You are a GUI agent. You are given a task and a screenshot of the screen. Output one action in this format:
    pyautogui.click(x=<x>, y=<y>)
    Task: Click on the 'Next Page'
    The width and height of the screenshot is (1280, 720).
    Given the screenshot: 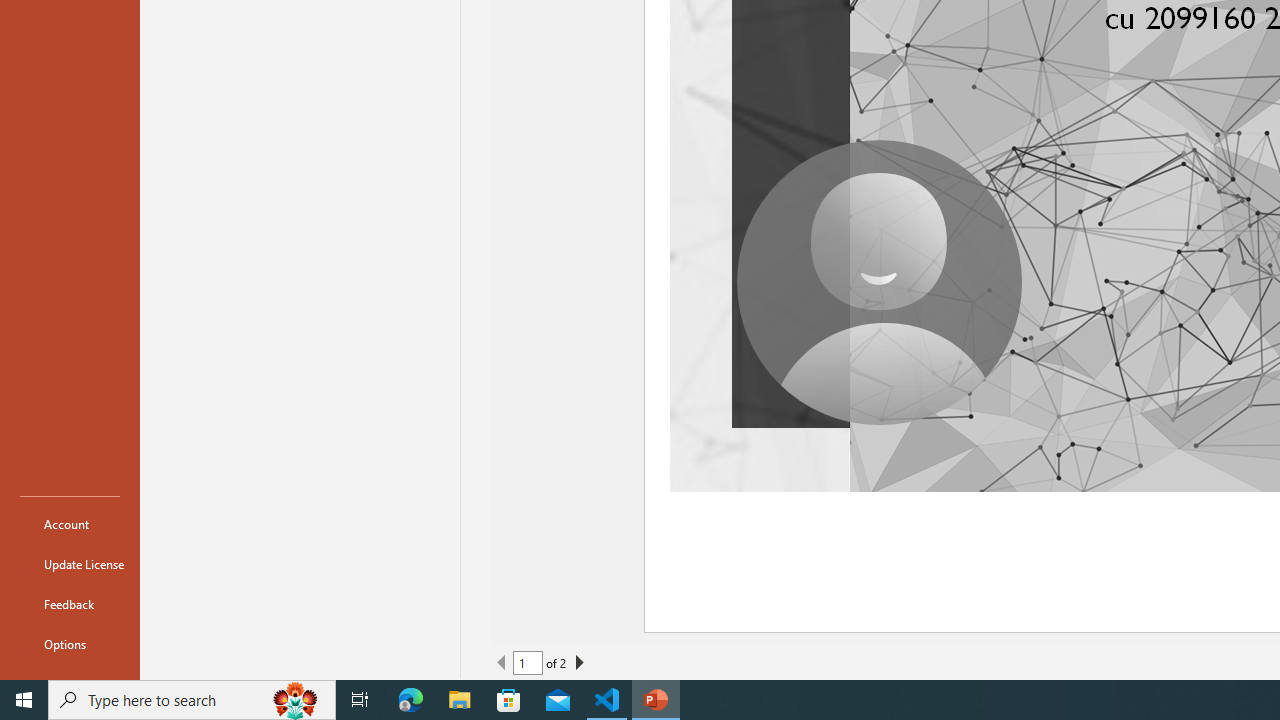 What is the action you would take?
    pyautogui.click(x=578, y=663)
    